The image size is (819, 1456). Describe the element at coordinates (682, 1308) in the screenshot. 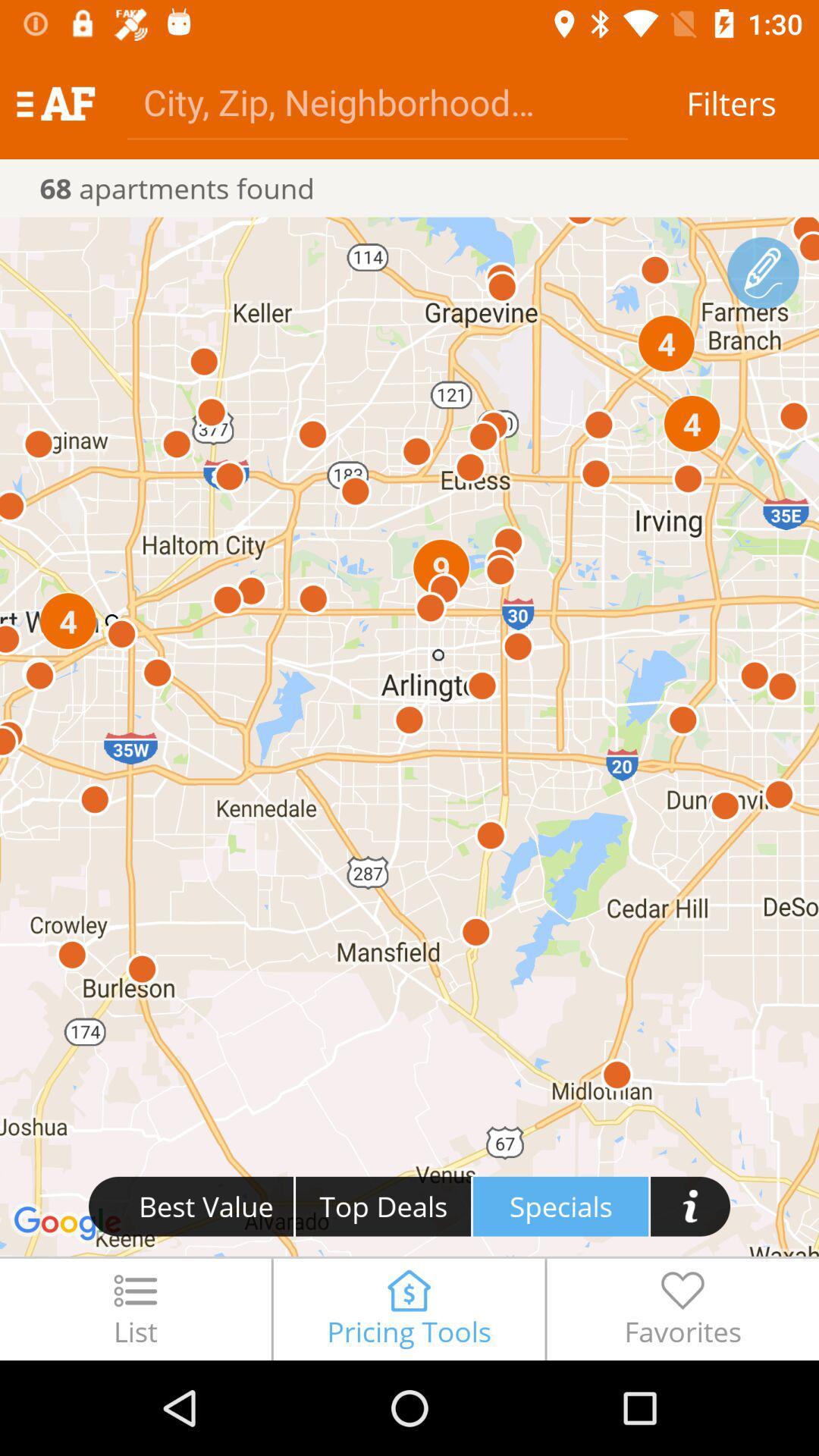

I see `the favorites` at that location.